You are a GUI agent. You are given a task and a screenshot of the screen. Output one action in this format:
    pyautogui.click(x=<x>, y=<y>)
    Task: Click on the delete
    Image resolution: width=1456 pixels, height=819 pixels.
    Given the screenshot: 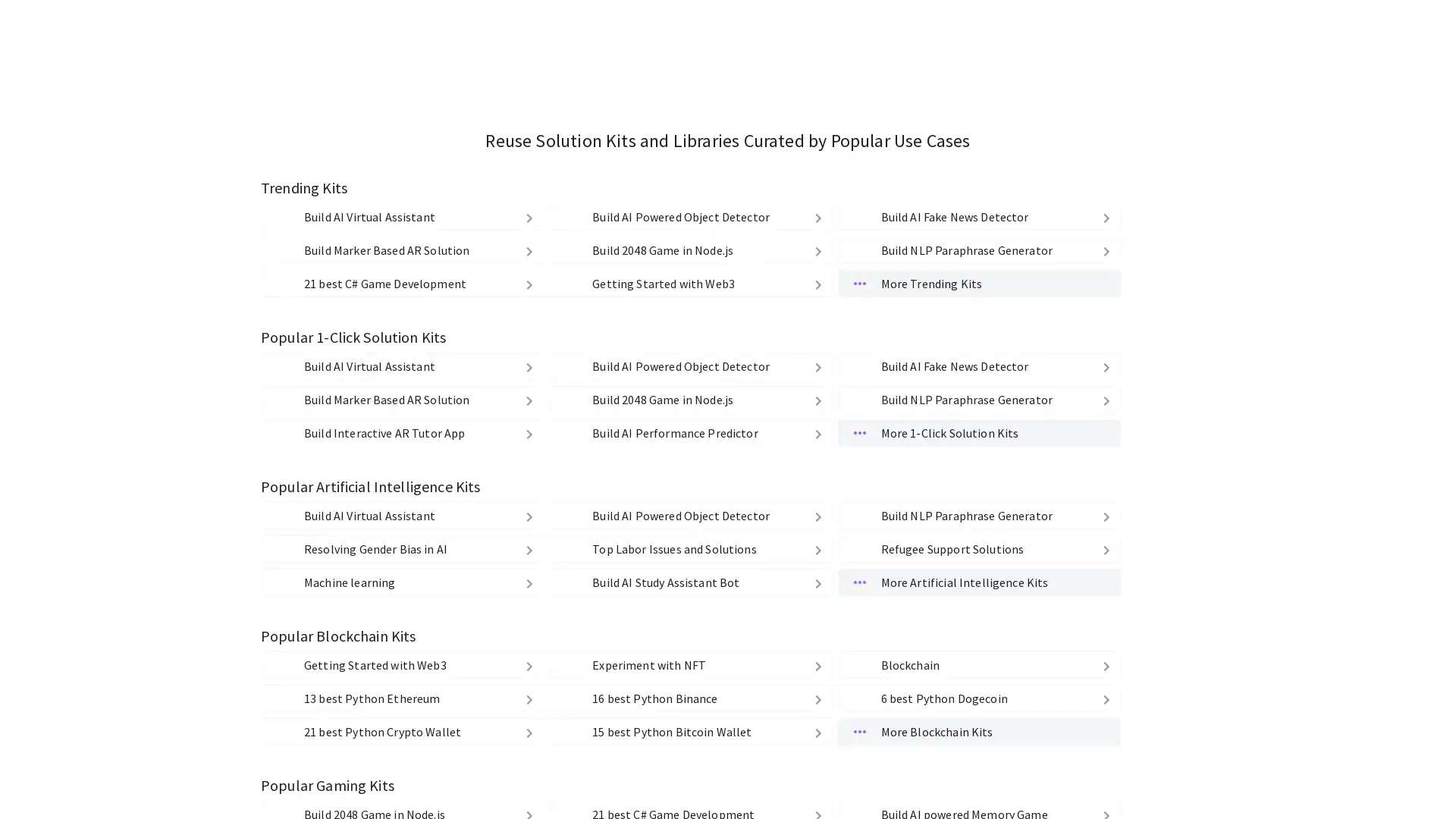 What is the action you would take?
    pyautogui.click(x=529, y=781)
    